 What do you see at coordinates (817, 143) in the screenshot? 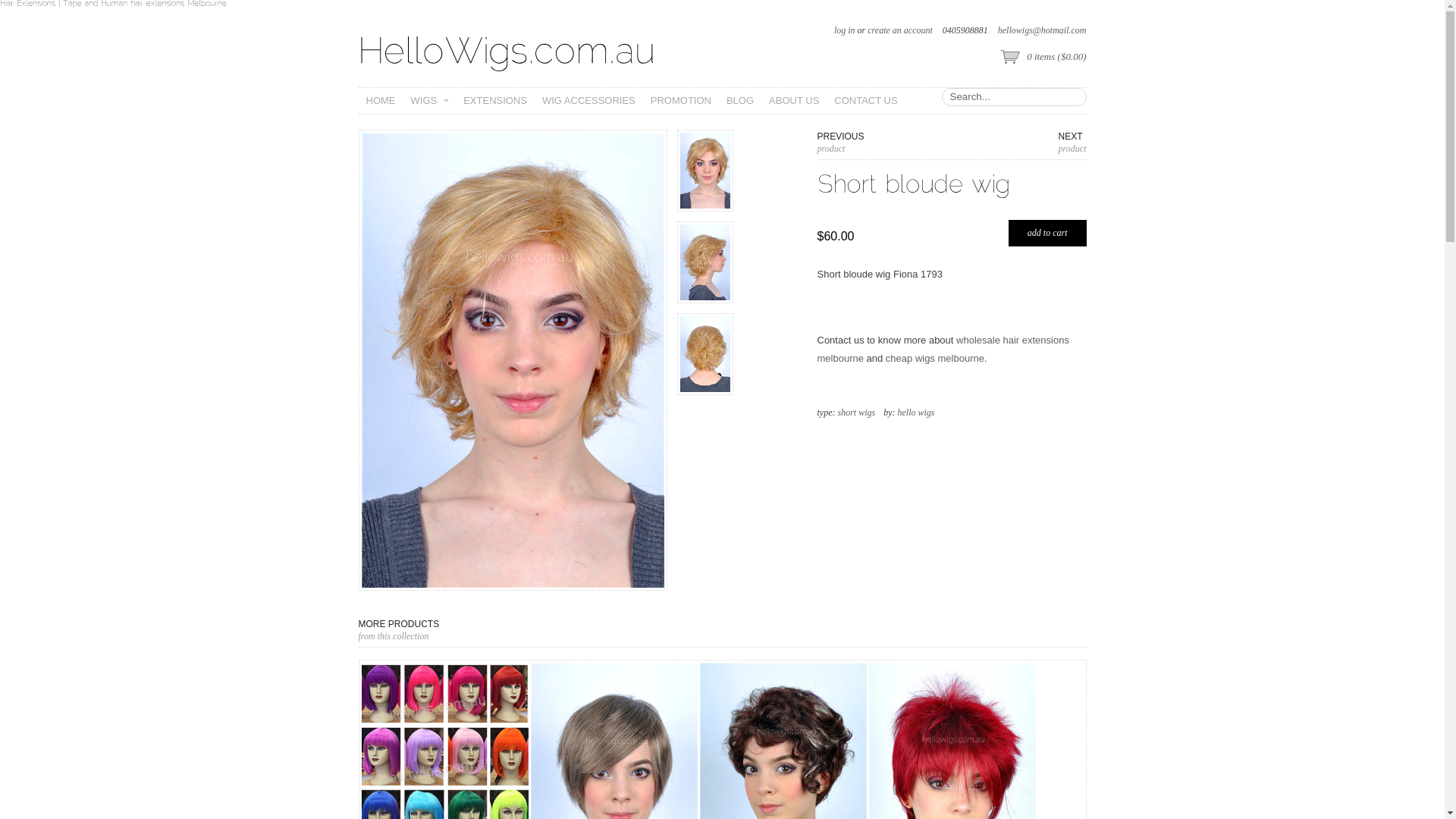
I see `'PREVIOUS` at bounding box center [817, 143].